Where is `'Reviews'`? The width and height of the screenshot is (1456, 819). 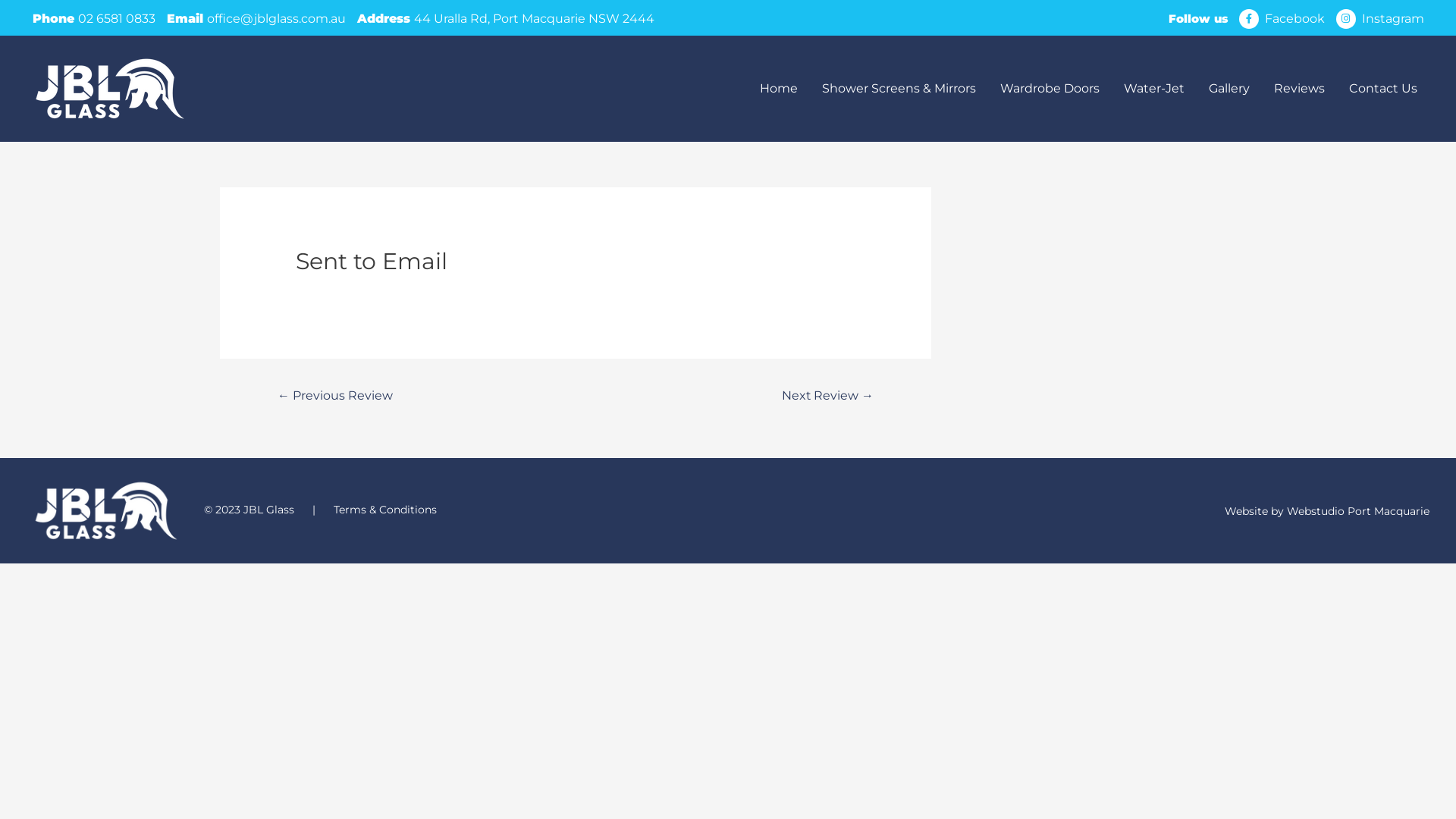
'Reviews' is located at coordinates (1298, 88).